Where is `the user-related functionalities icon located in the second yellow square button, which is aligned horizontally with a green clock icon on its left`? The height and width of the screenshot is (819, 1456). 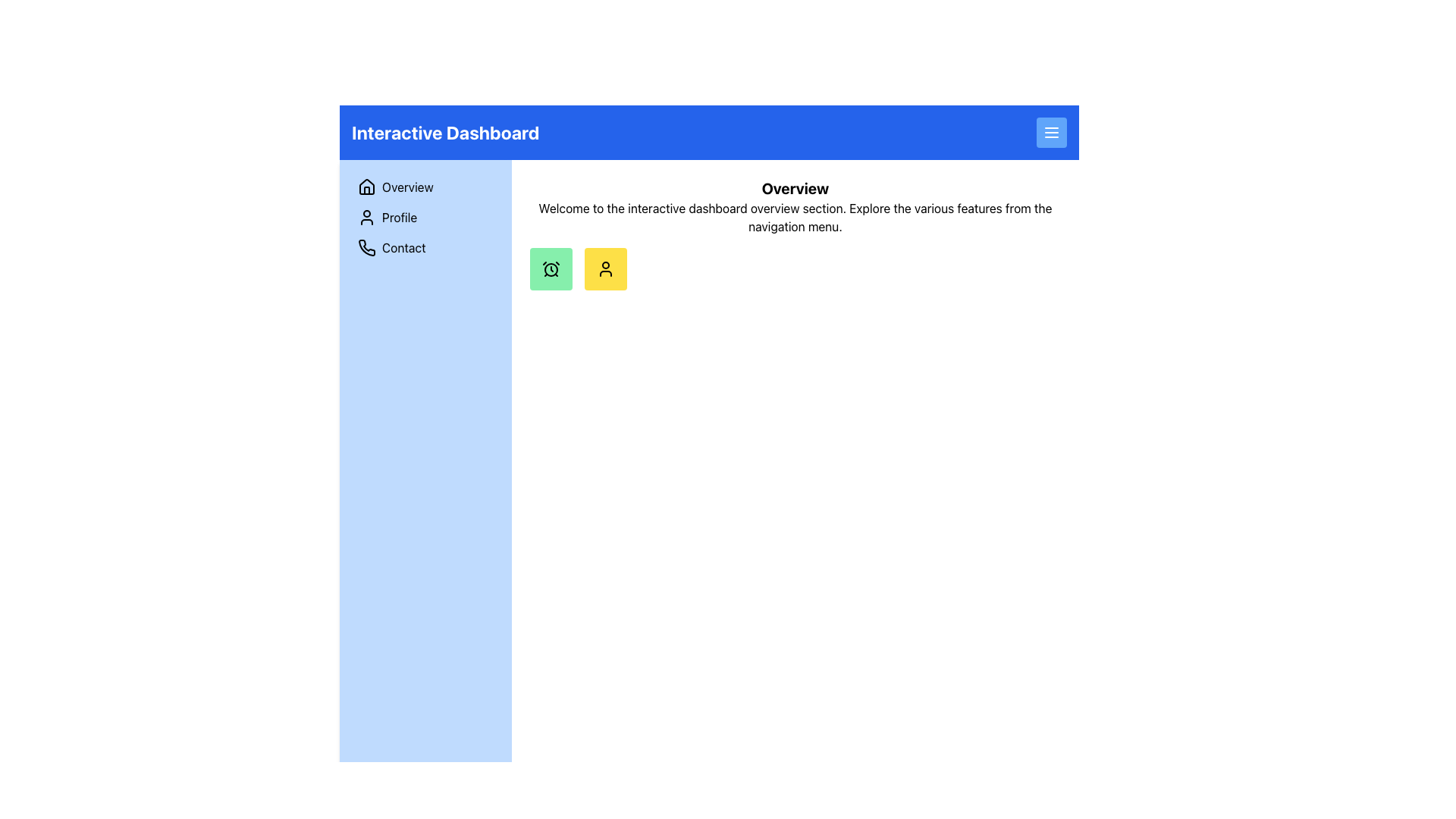
the user-related functionalities icon located in the second yellow square button, which is aligned horizontally with a green clock icon on its left is located at coordinates (604, 268).